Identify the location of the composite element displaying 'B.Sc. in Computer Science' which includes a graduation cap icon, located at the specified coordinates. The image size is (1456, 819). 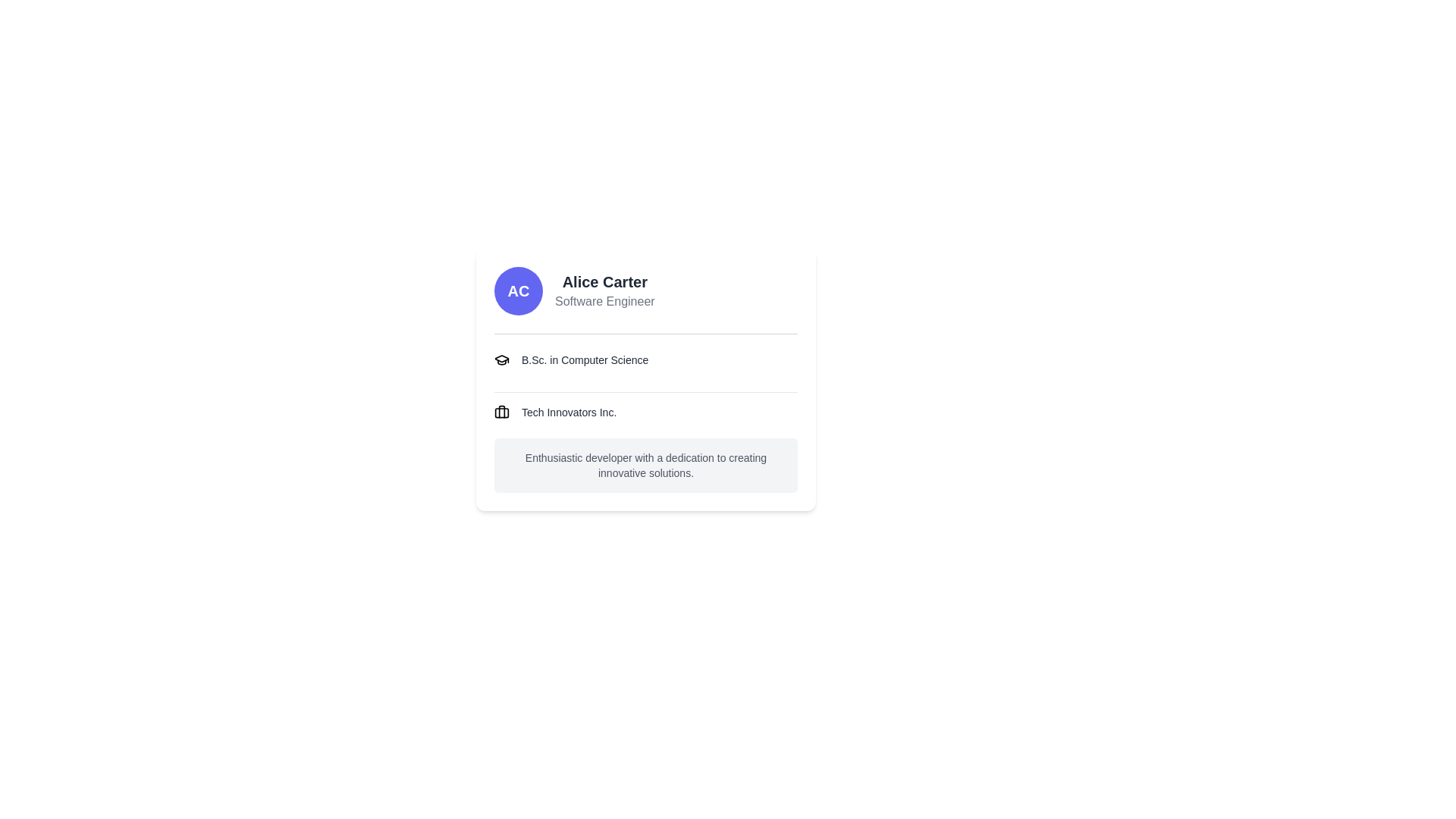
(645, 366).